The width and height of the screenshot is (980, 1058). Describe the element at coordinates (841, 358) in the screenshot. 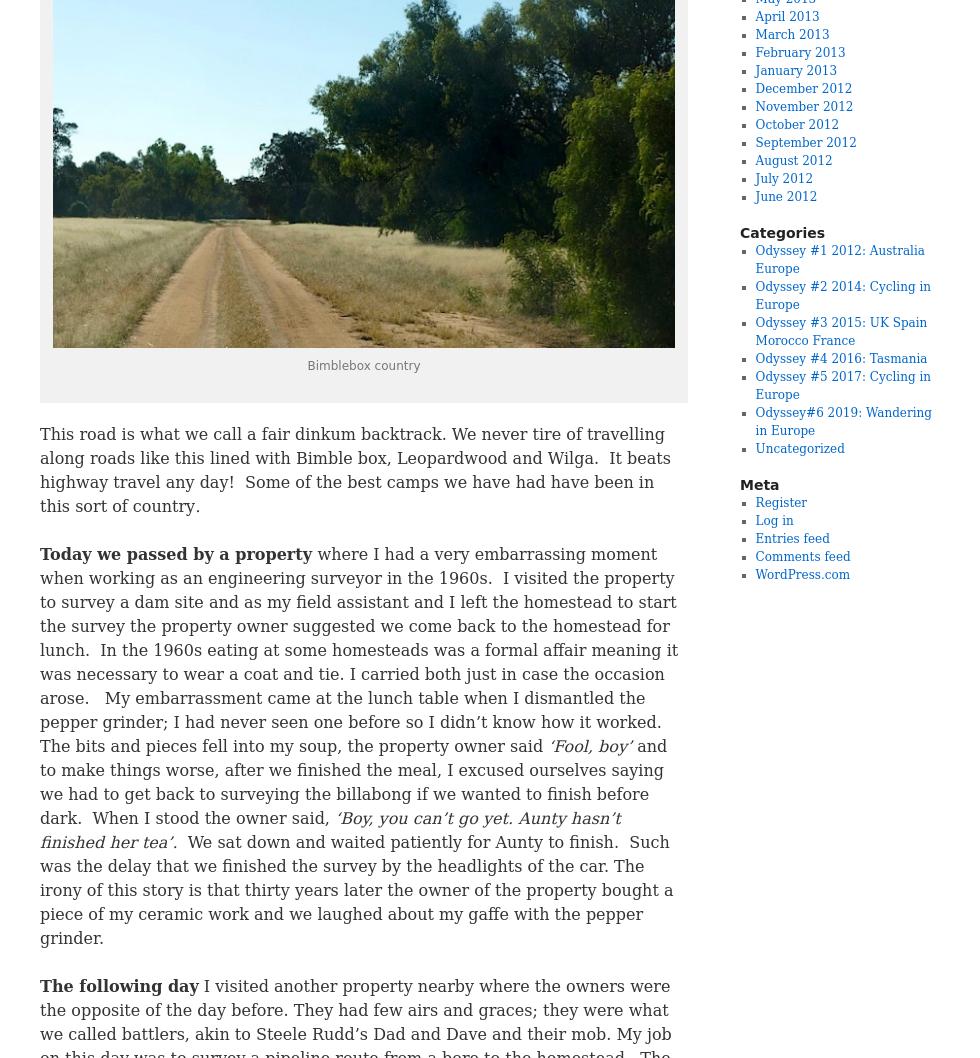

I see `'Odyssey #4 2016: Tasmania'` at that location.